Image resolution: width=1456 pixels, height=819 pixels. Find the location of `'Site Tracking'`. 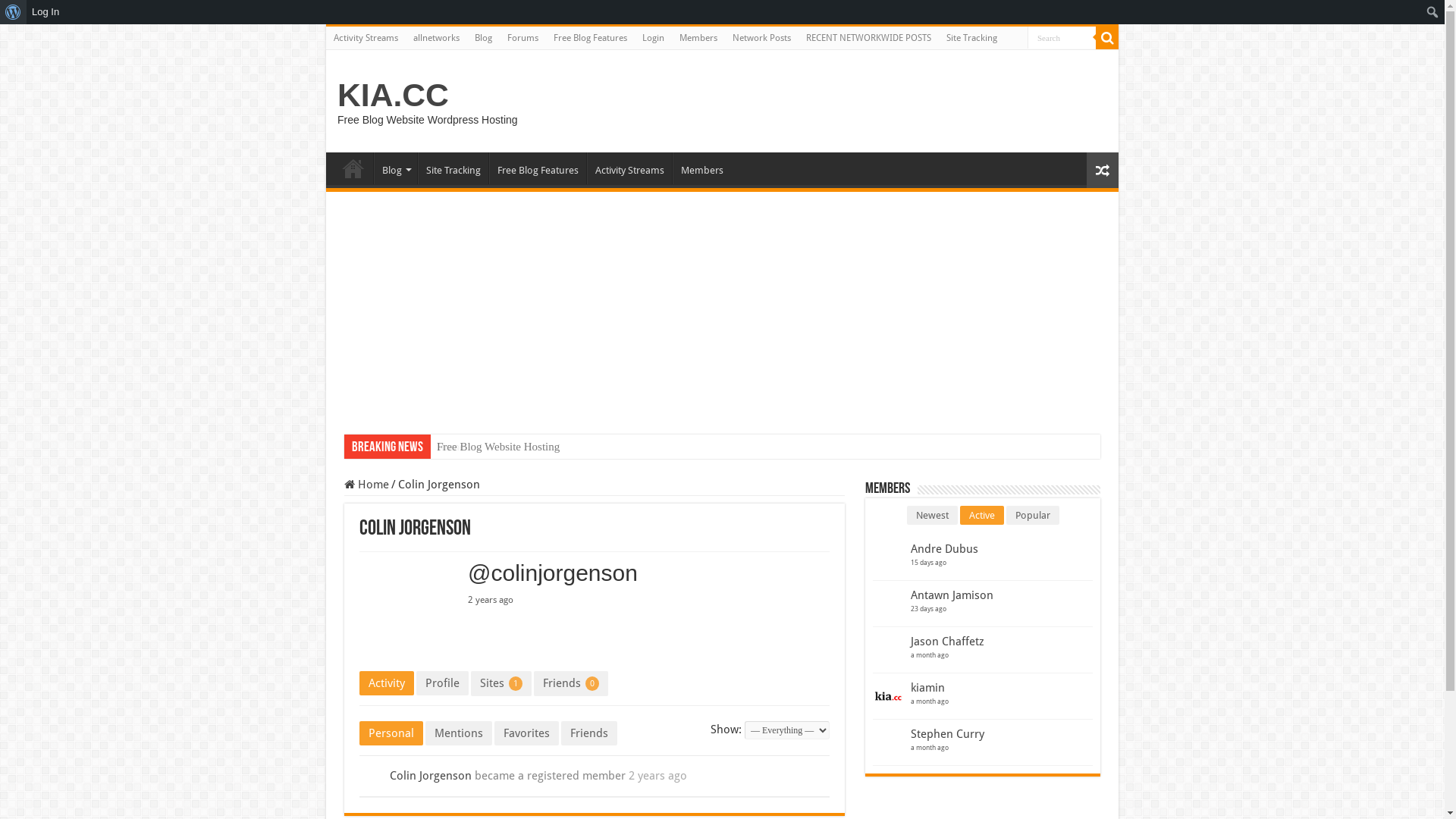

'Site Tracking' is located at coordinates (452, 168).